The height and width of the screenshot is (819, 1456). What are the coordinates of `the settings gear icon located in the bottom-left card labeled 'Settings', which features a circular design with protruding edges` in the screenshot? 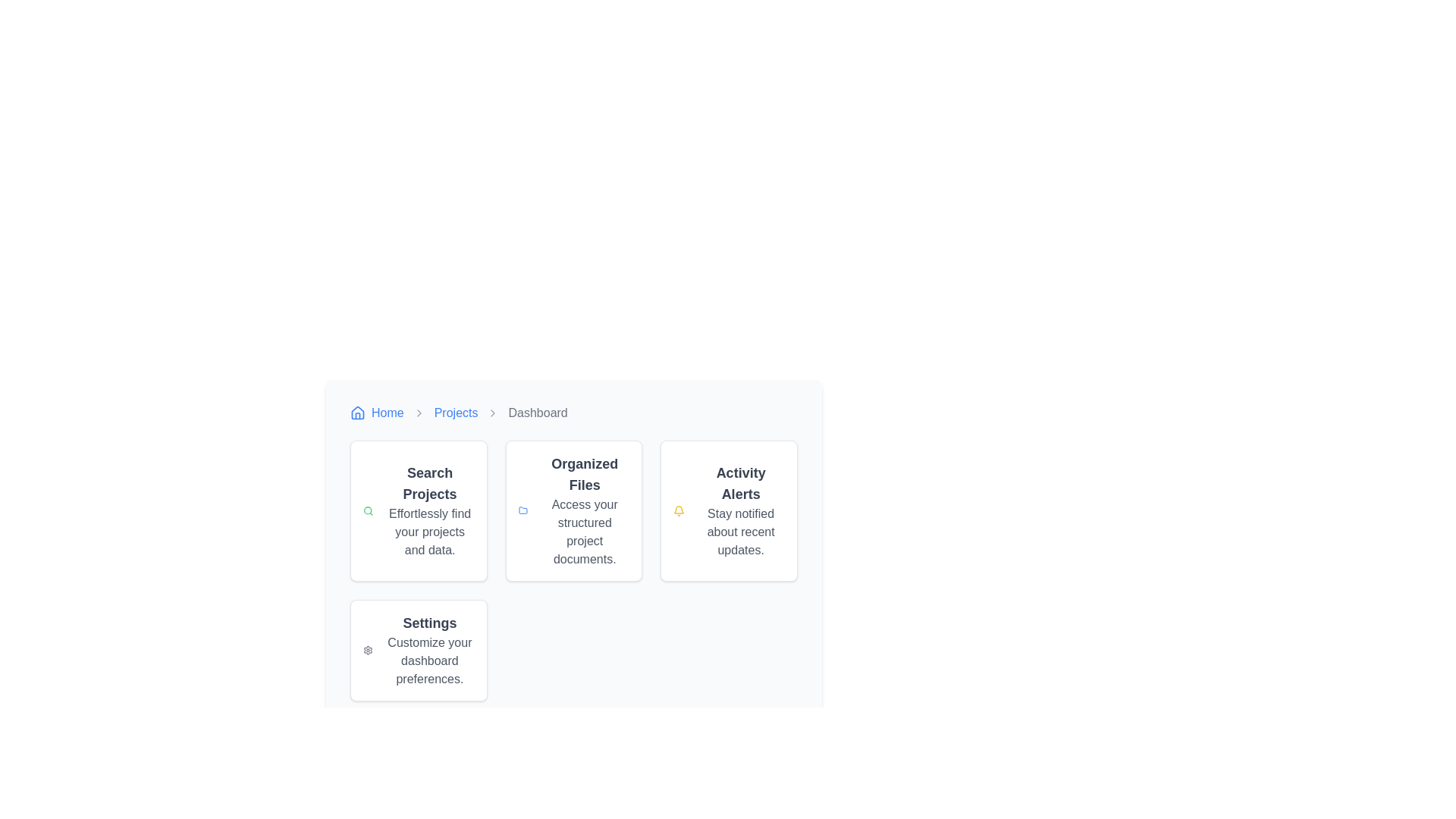 It's located at (368, 649).